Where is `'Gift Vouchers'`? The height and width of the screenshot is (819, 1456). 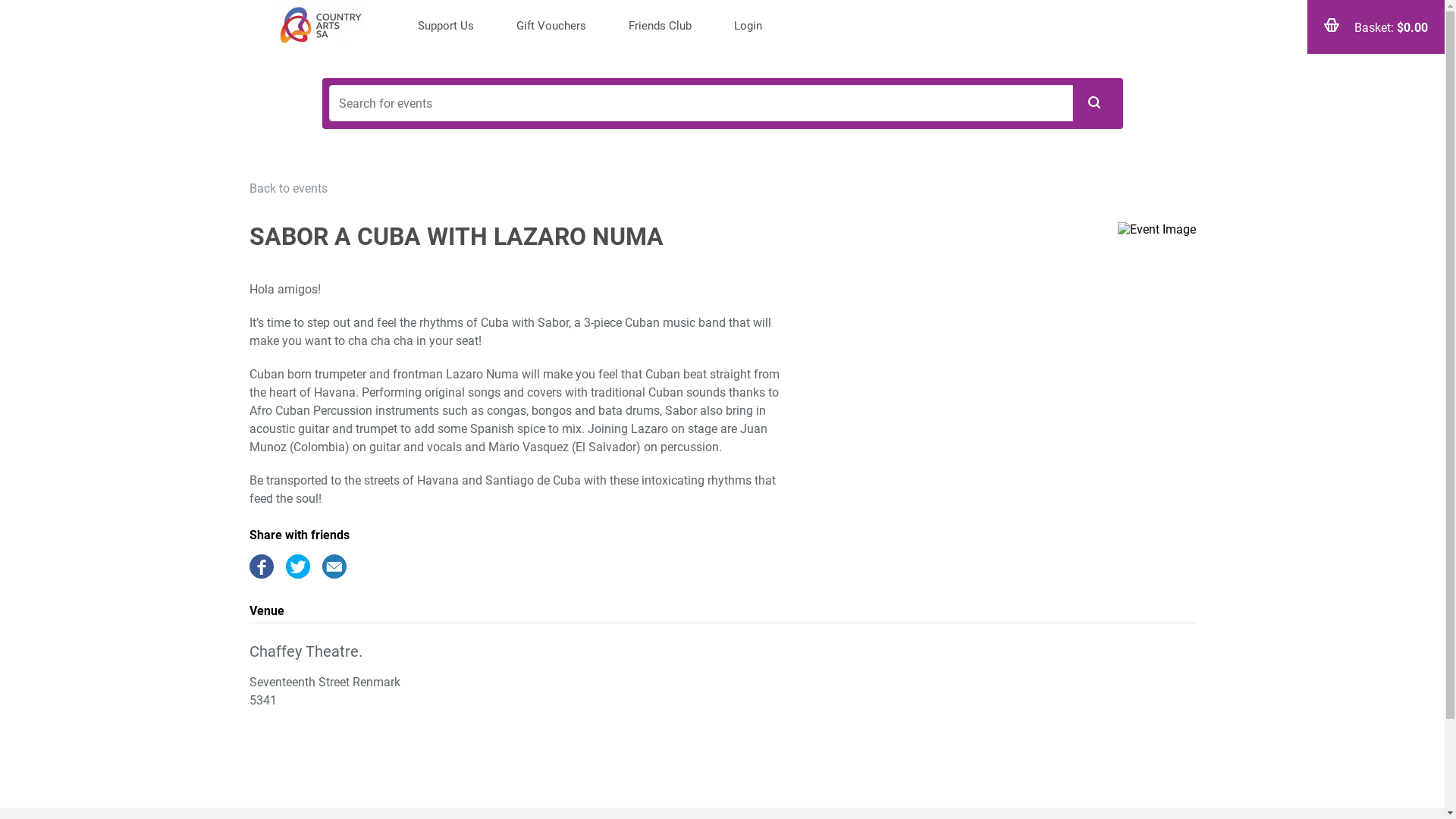
'Gift Vouchers' is located at coordinates (549, 27).